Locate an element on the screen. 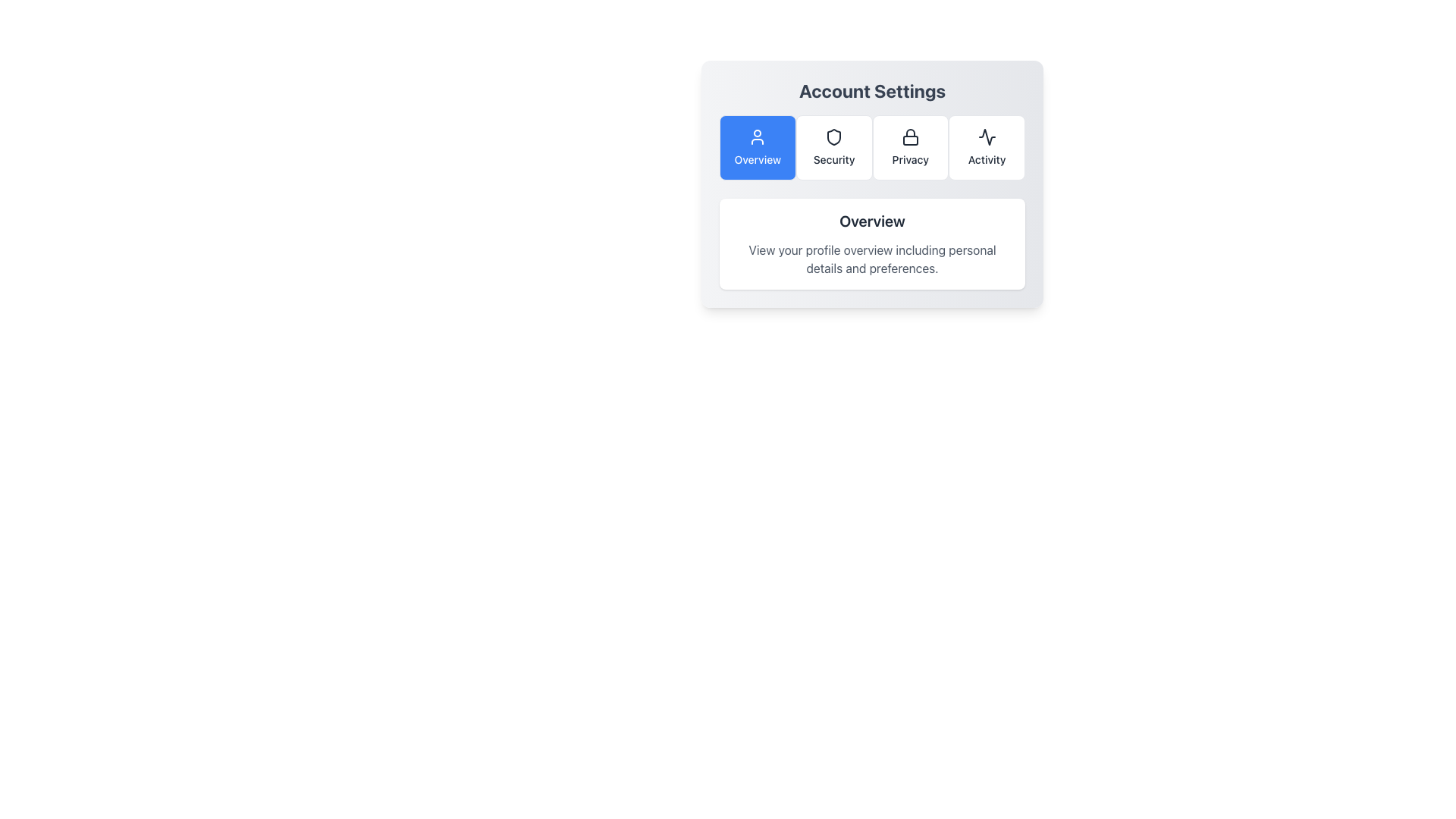 The image size is (1456, 819). the 'Account Settings' navigation bar is located at coordinates (872, 148).